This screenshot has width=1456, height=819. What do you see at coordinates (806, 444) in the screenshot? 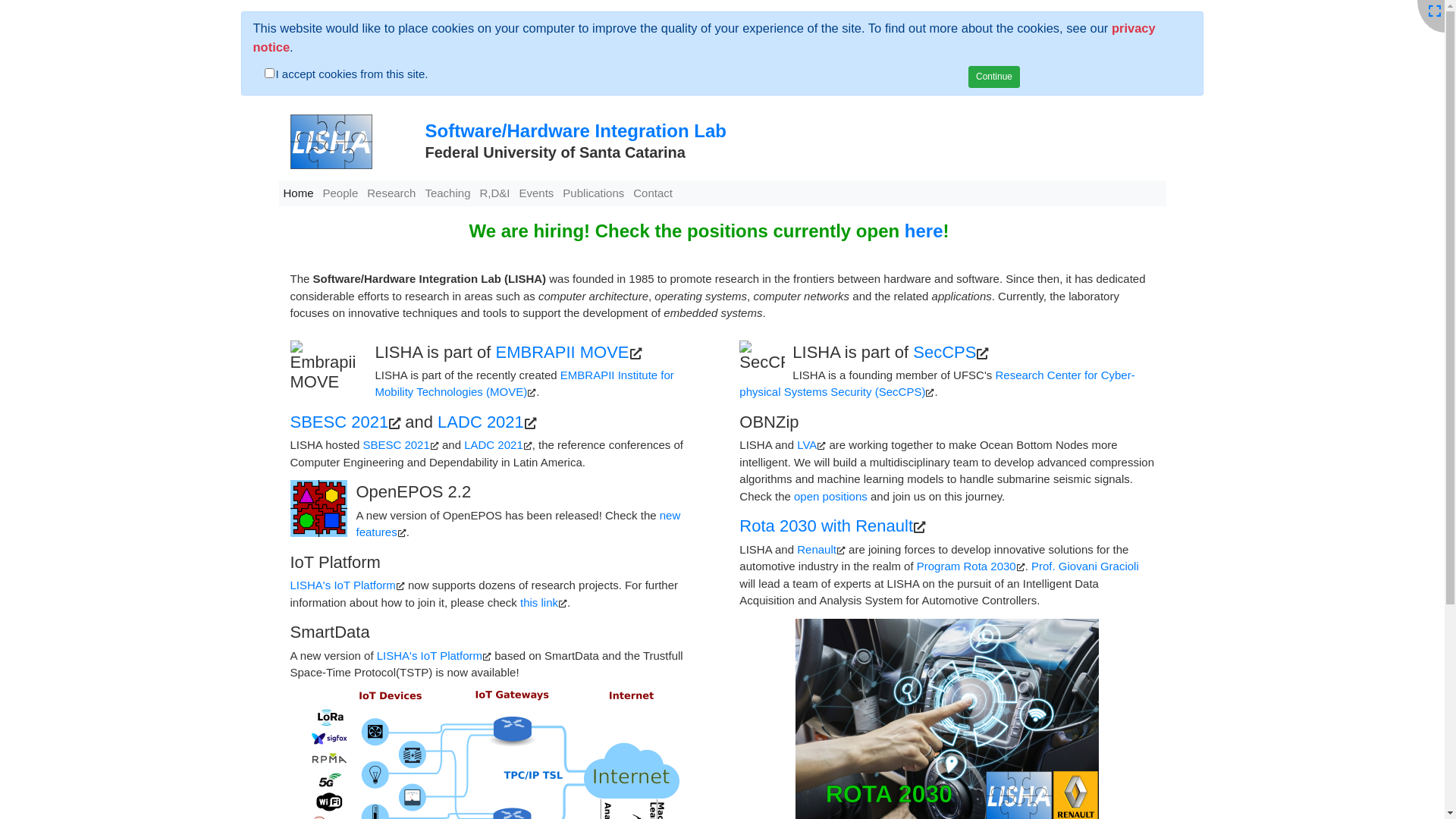
I see `'LVA'` at bounding box center [806, 444].